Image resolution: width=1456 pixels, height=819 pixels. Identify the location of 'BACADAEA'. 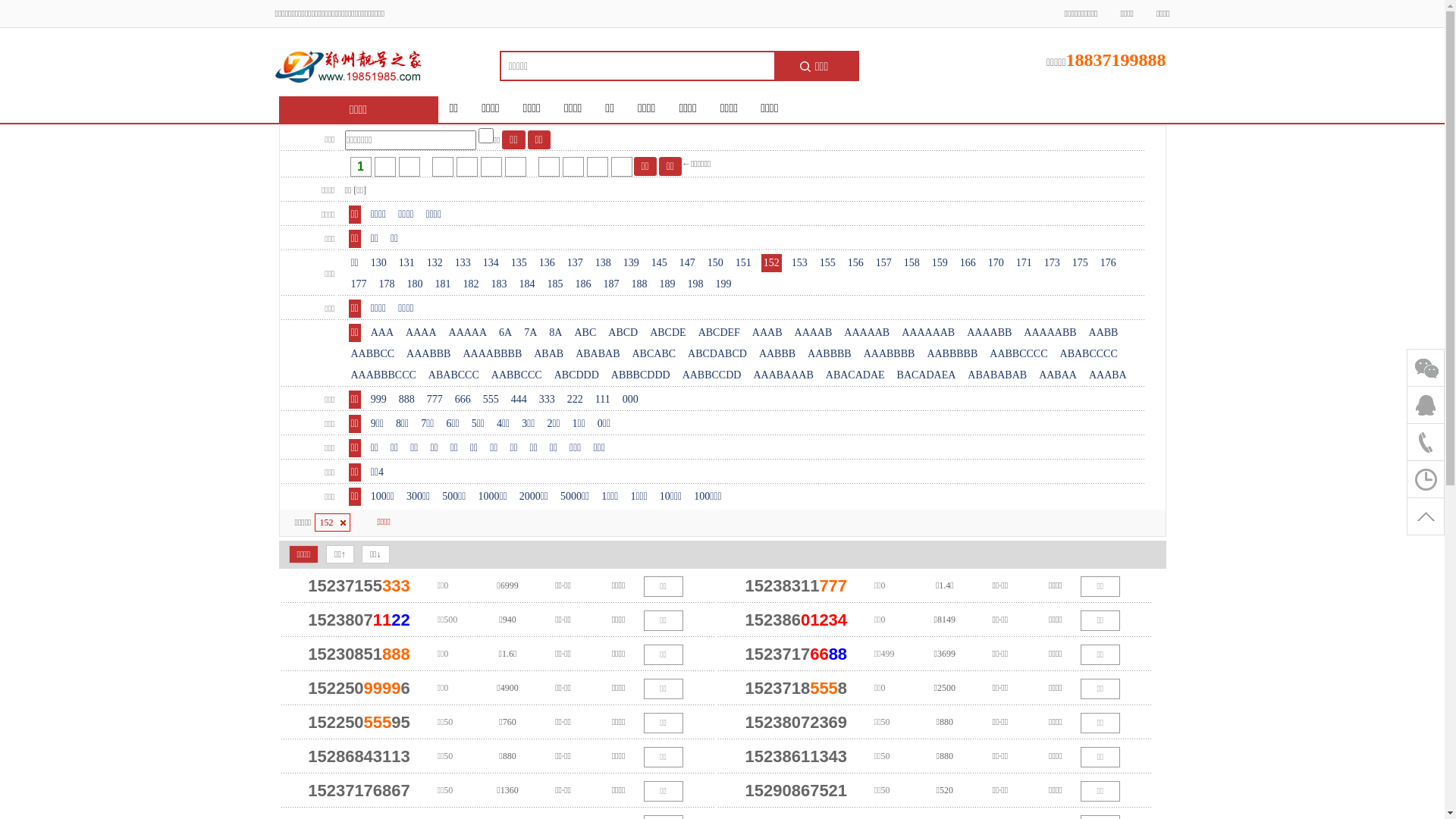
(926, 375).